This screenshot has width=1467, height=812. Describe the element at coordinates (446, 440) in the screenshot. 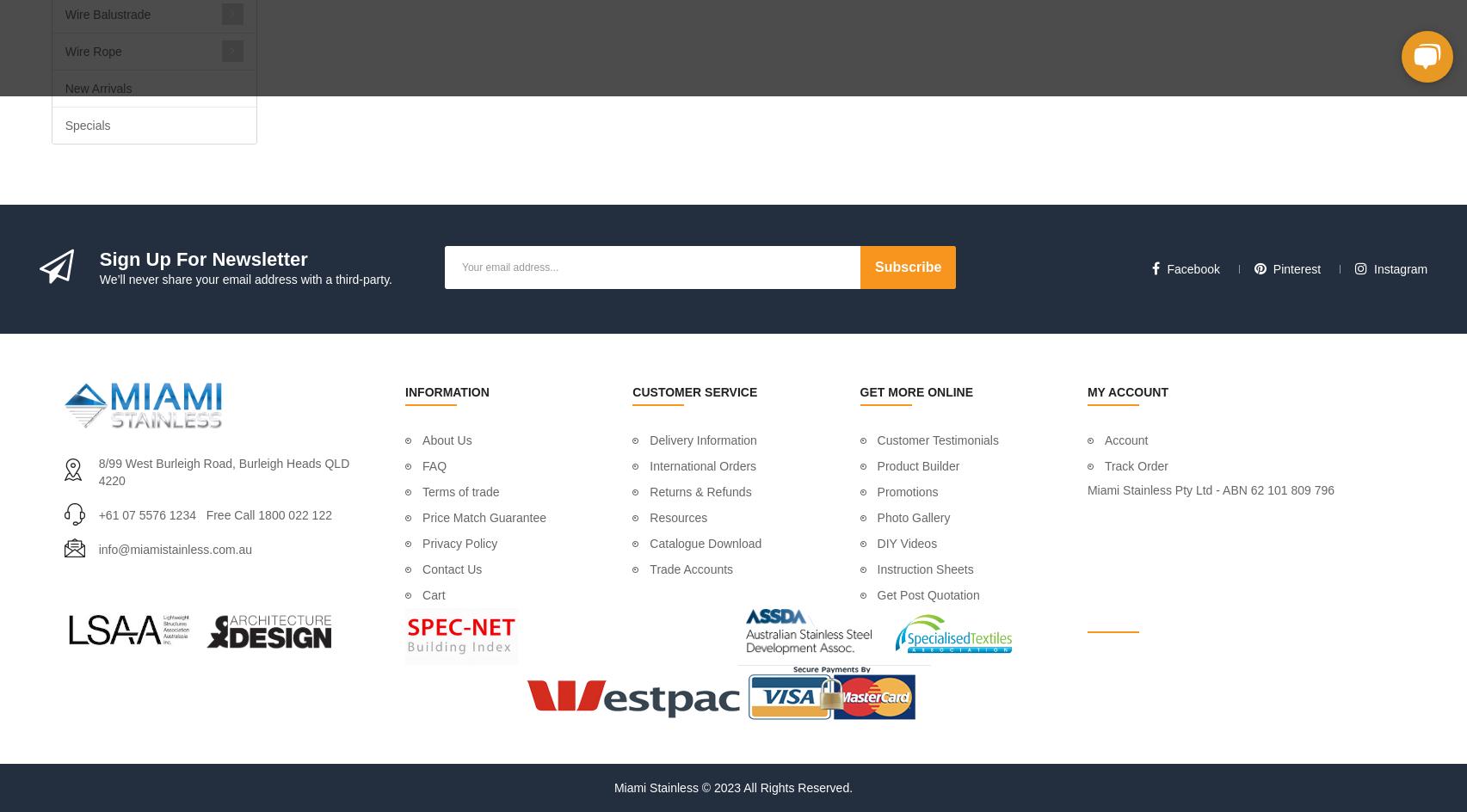

I see `'About Us'` at that location.